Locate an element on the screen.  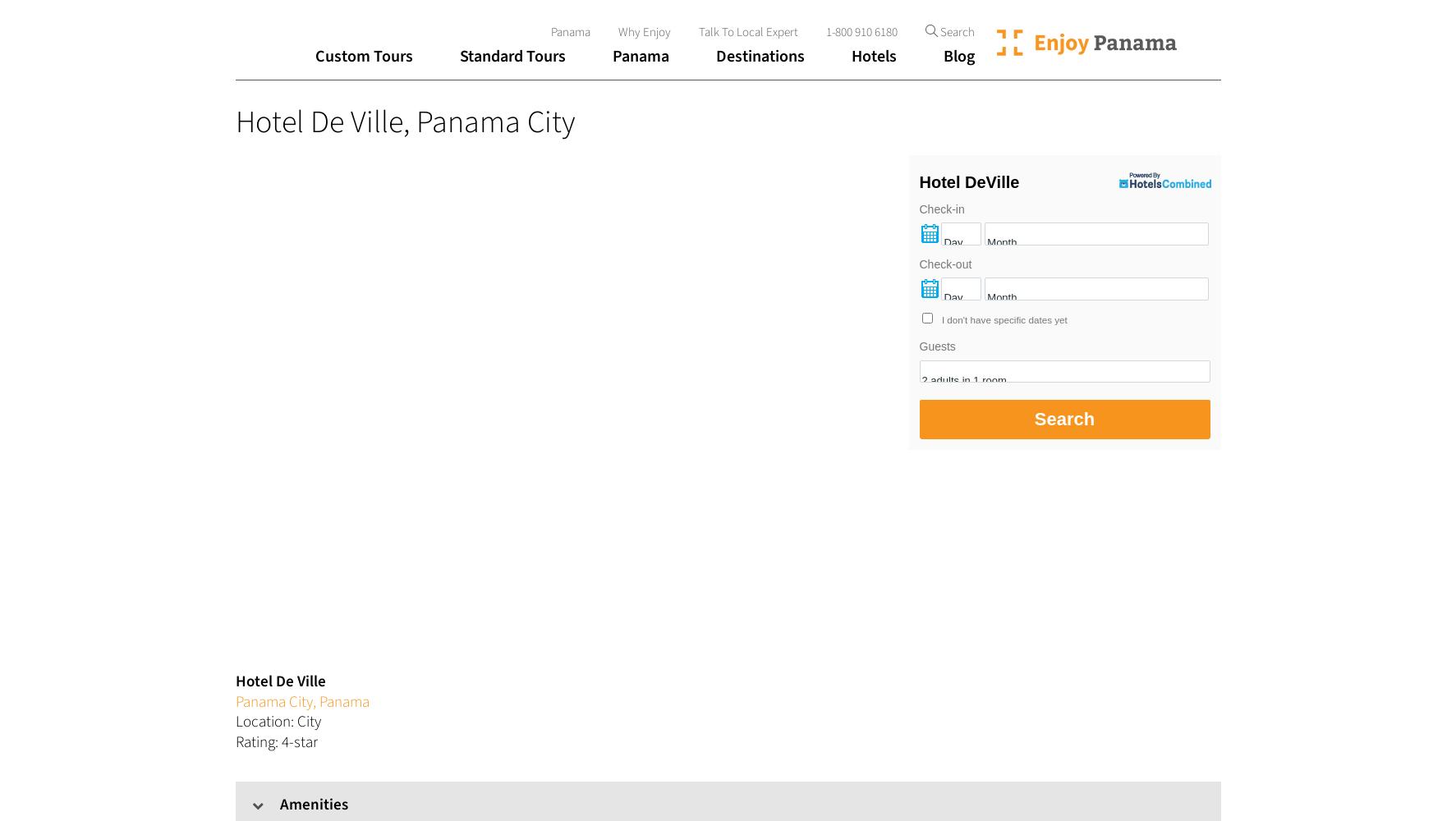
'Packages' is located at coordinates (503, 198).